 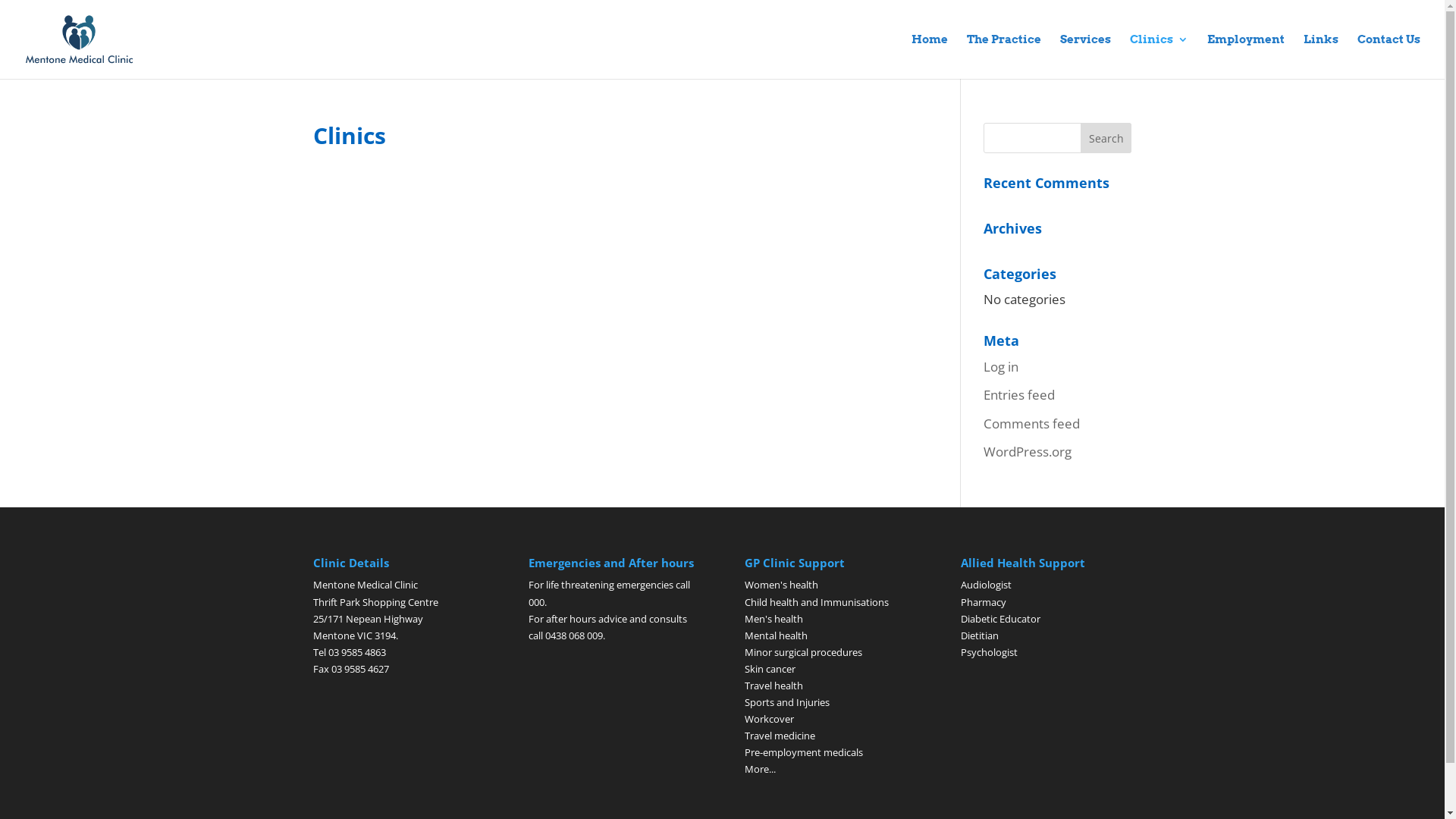 What do you see at coordinates (1001, 366) in the screenshot?
I see `'Log in'` at bounding box center [1001, 366].